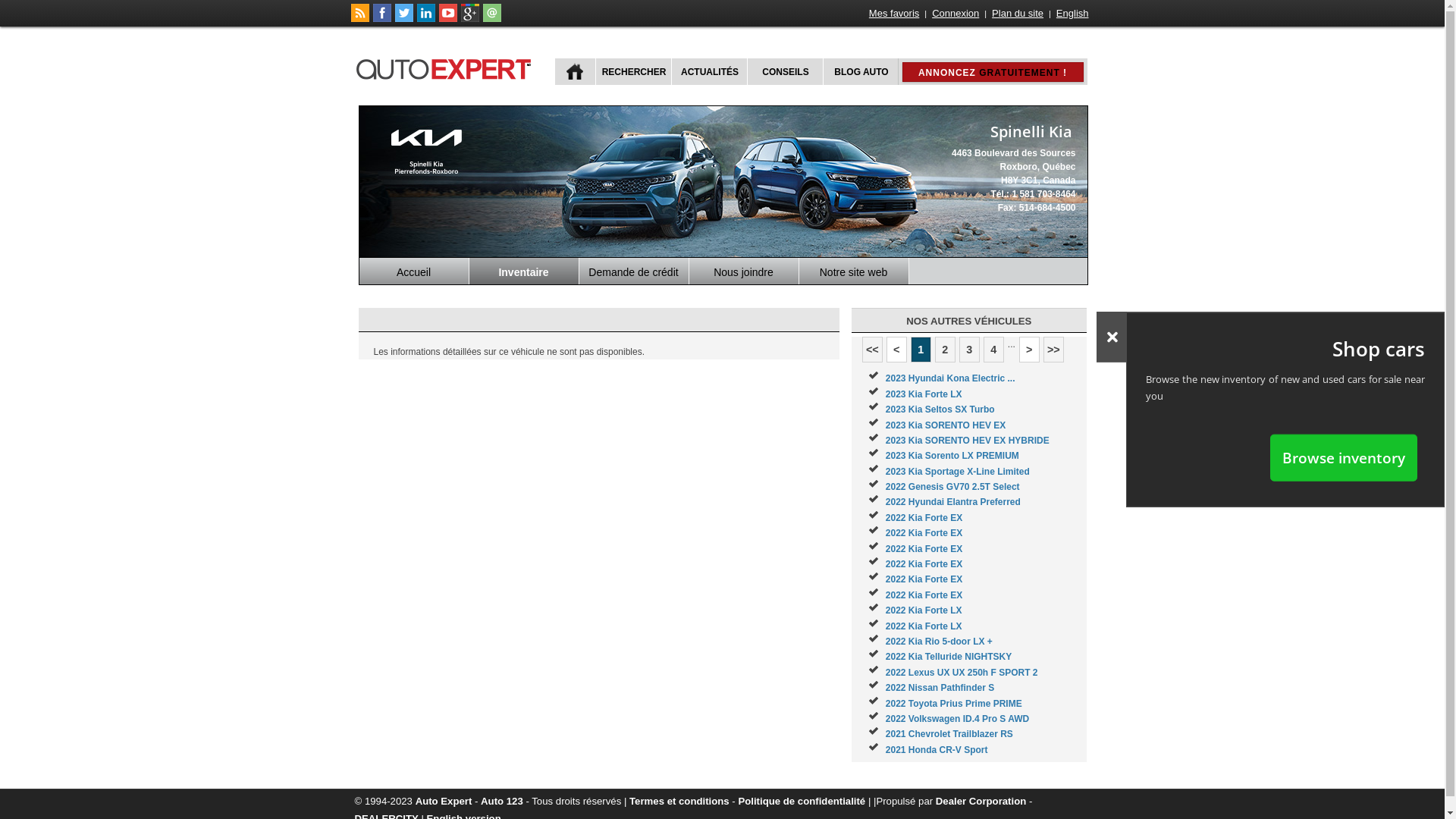  I want to click on '2022 Kia Forte EX', so click(923, 579).